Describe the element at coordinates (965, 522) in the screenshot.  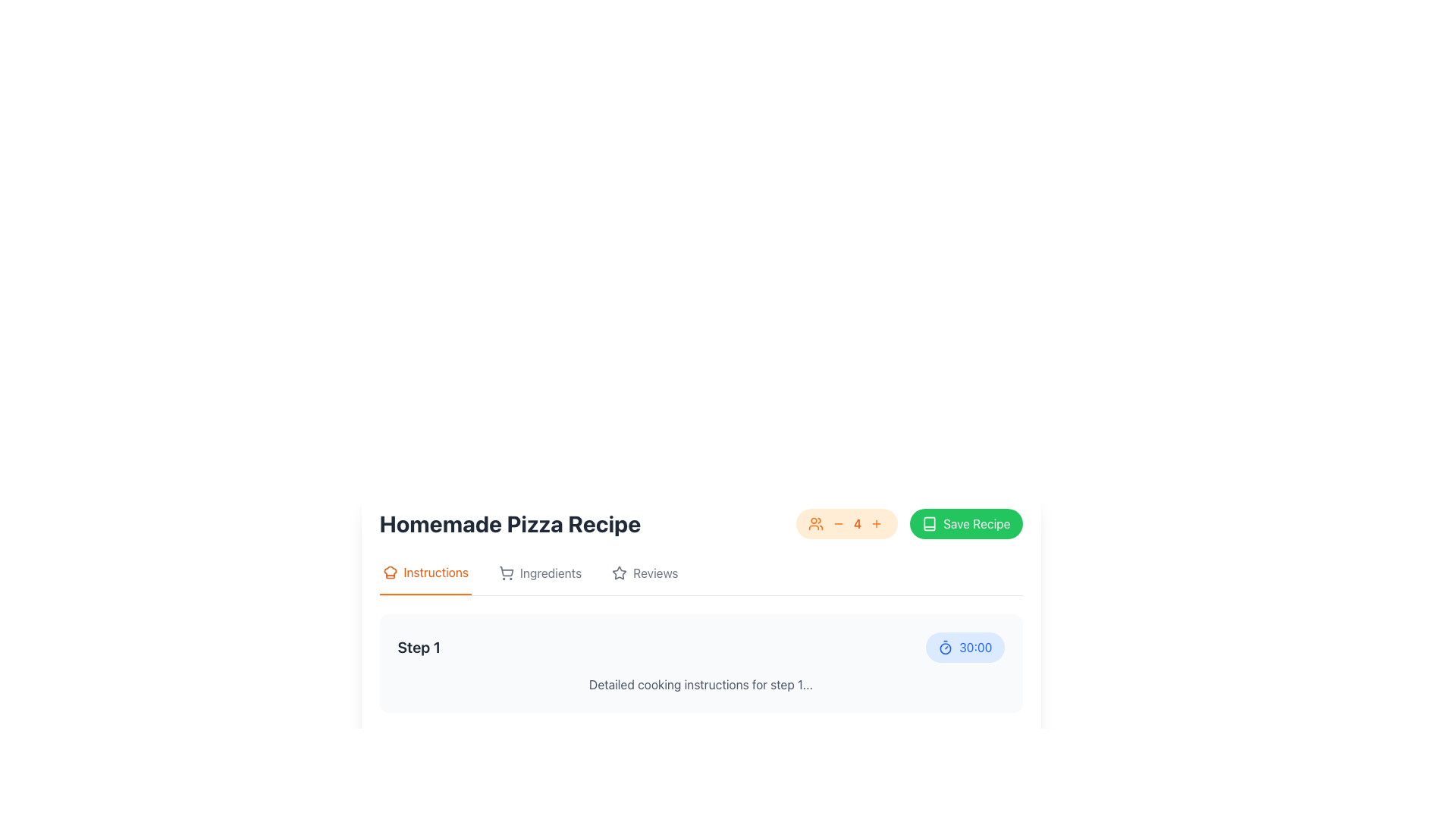
I see `the green 'Save Recipe' button with white text and an open book icon` at that location.